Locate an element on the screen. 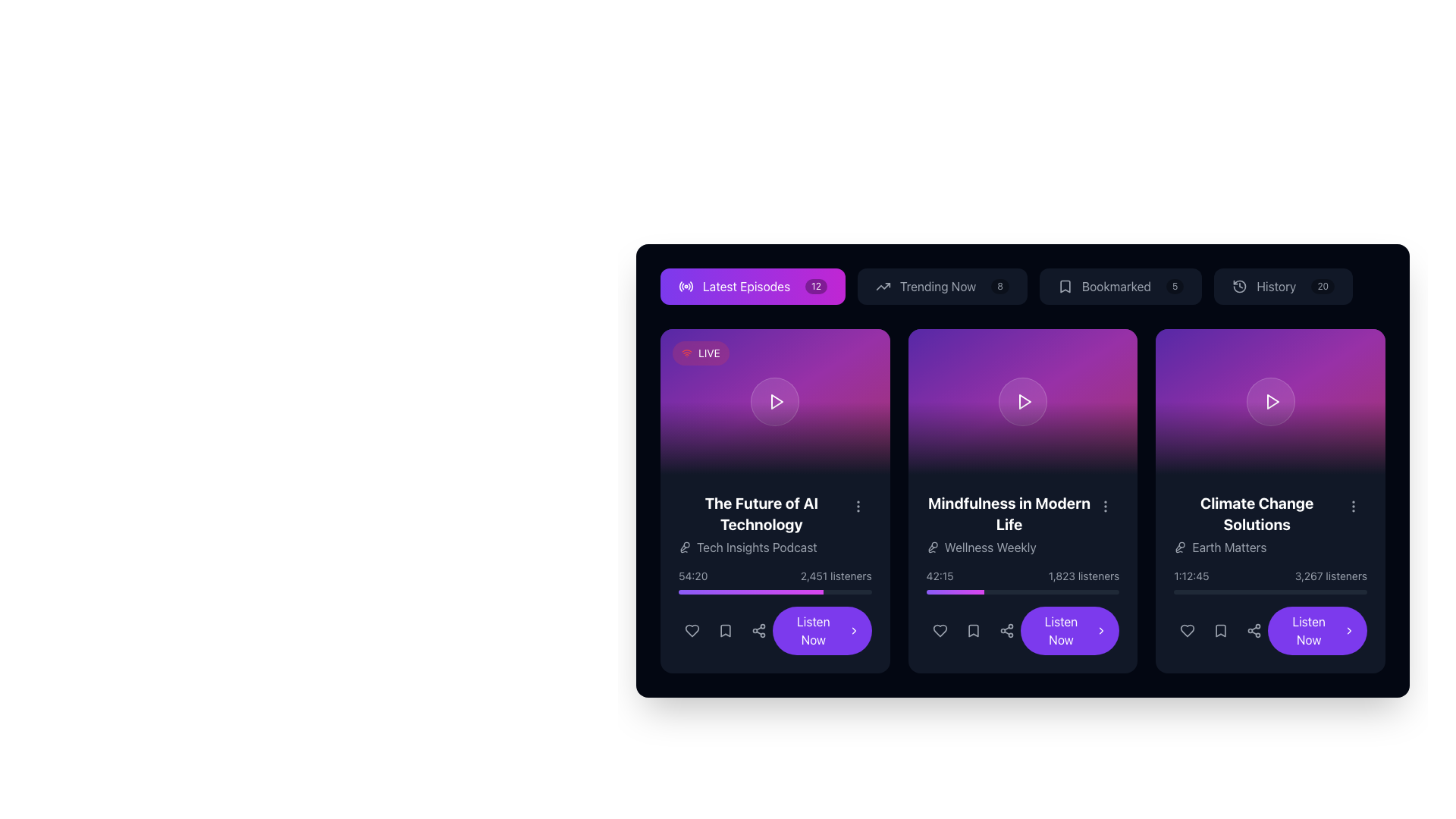 The image size is (1456, 819). the share icon, which is a light gray graphical icon resembling a share symbol with interconnected circles and lines, to initiate sharing options is located at coordinates (759, 631).